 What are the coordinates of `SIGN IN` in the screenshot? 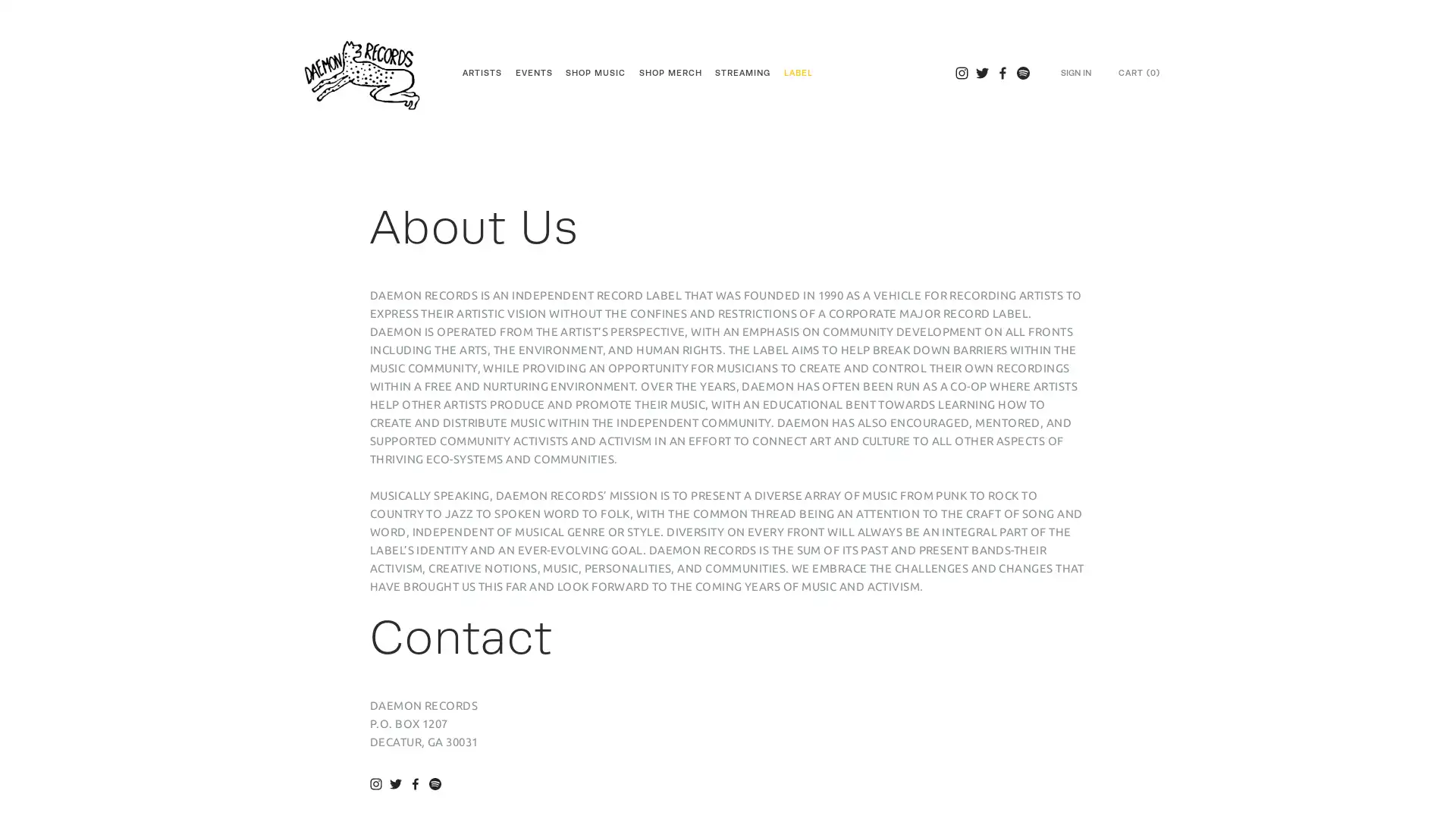 It's located at (1075, 72).